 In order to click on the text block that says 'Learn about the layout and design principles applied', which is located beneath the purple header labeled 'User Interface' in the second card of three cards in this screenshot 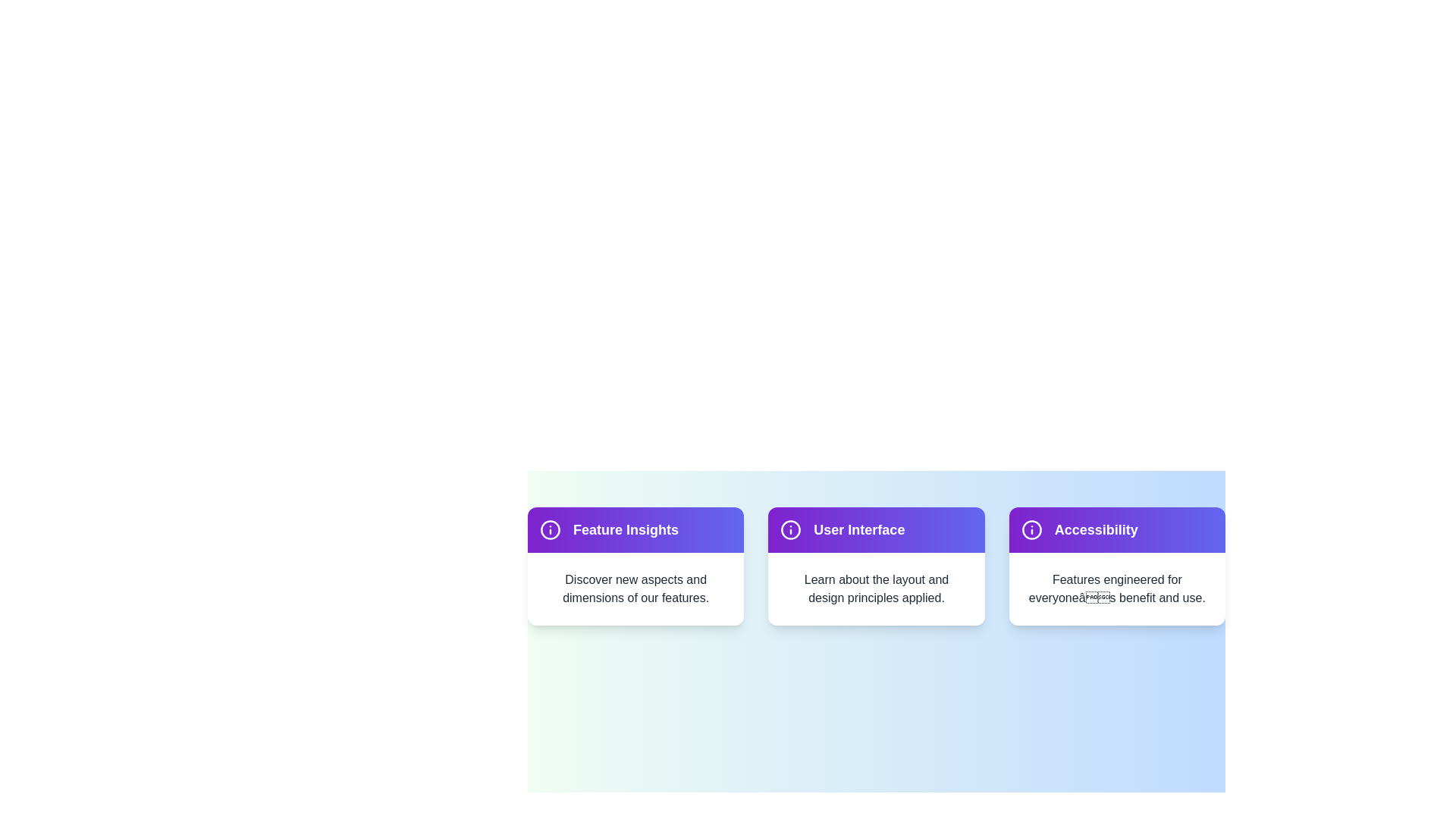, I will do `click(877, 588)`.